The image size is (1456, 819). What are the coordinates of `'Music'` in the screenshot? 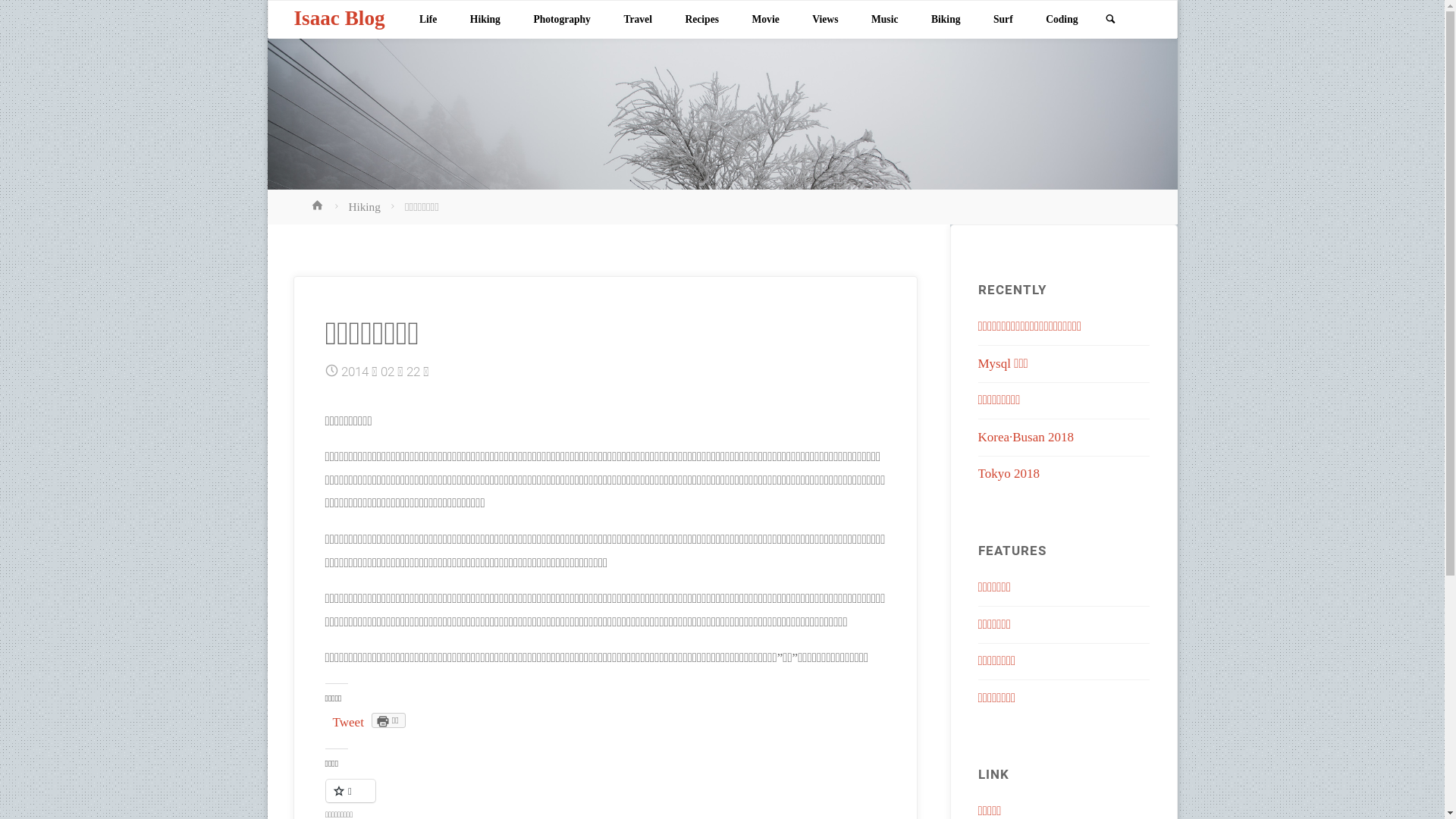 It's located at (884, 20).